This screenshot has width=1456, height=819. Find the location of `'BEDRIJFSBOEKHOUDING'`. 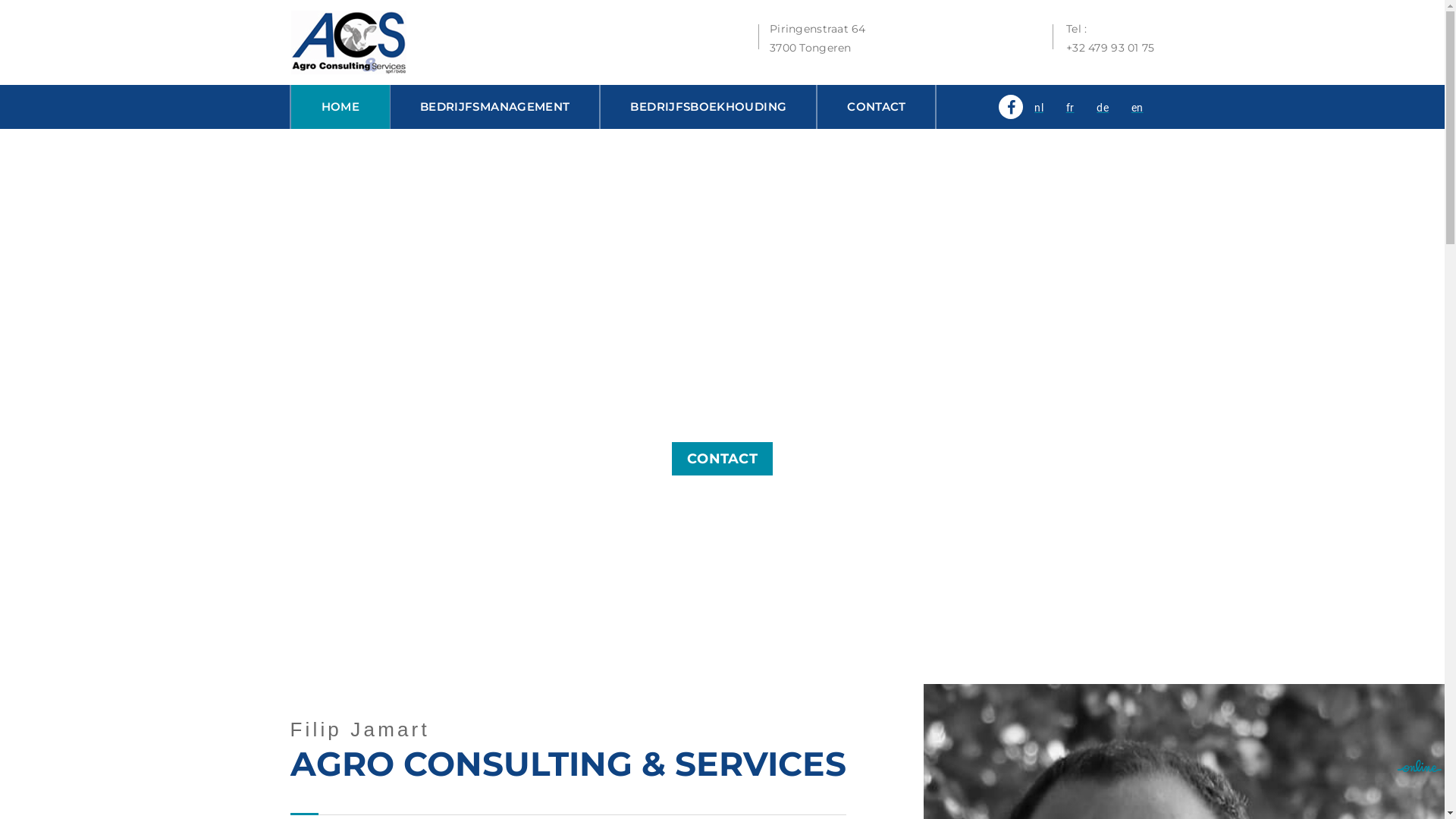

'BEDRIJFSBOEKHOUDING' is located at coordinates (708, 106).